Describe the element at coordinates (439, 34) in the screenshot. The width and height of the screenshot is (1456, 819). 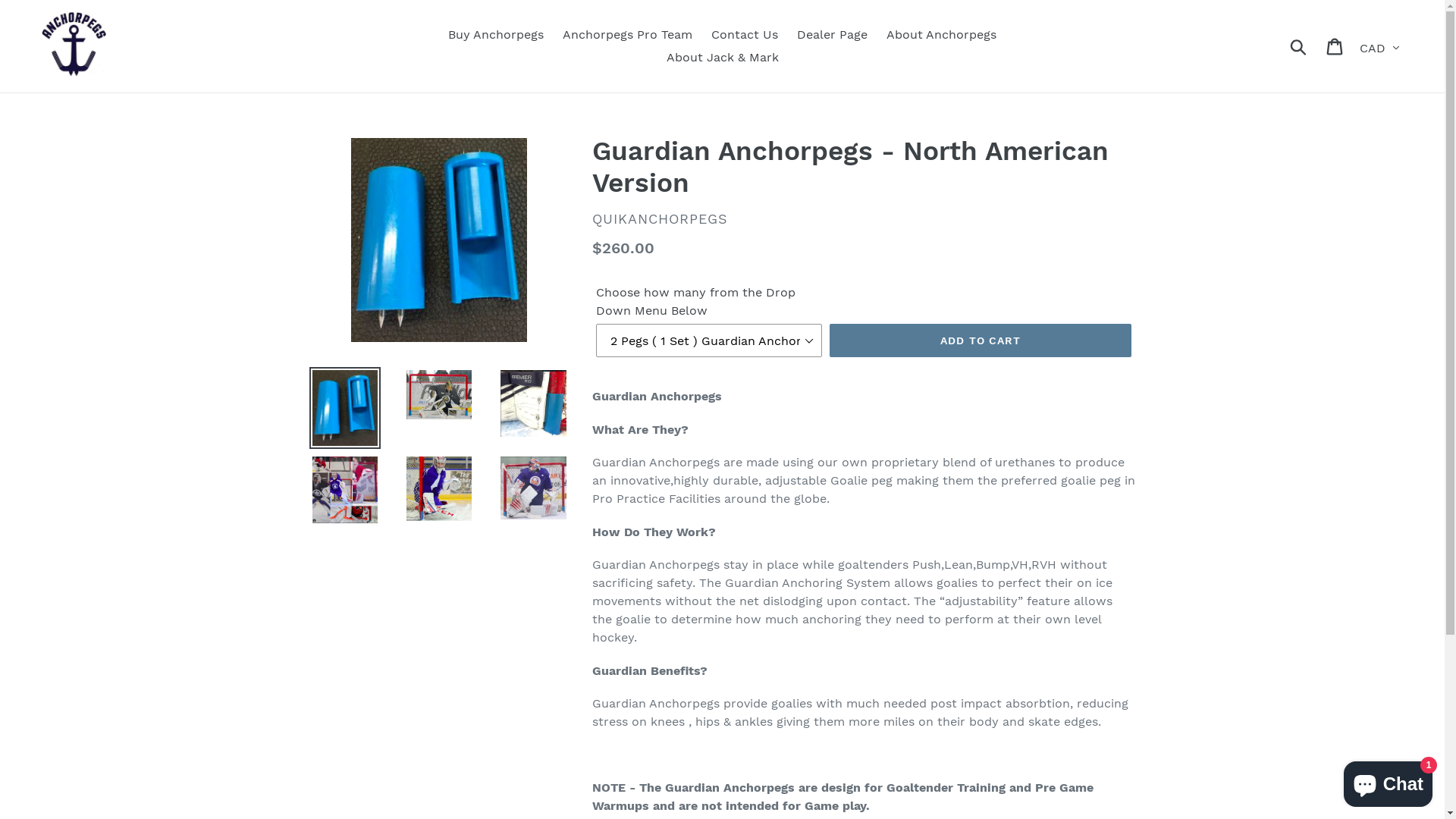
I see `'Buy Anchorpegs'` at that location.